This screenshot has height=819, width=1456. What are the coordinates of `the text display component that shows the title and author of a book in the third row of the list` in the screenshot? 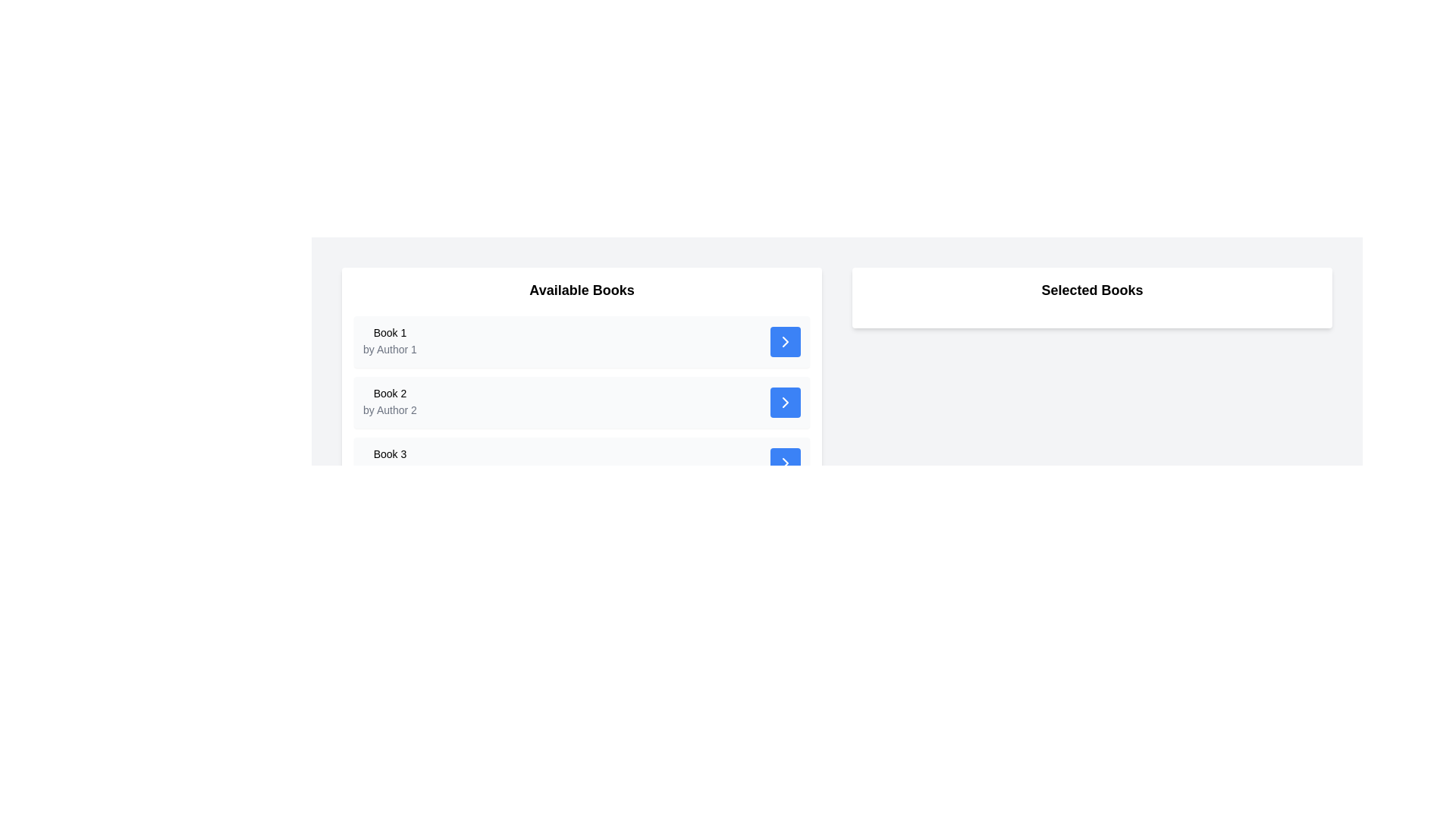 It's located at (390, 462).